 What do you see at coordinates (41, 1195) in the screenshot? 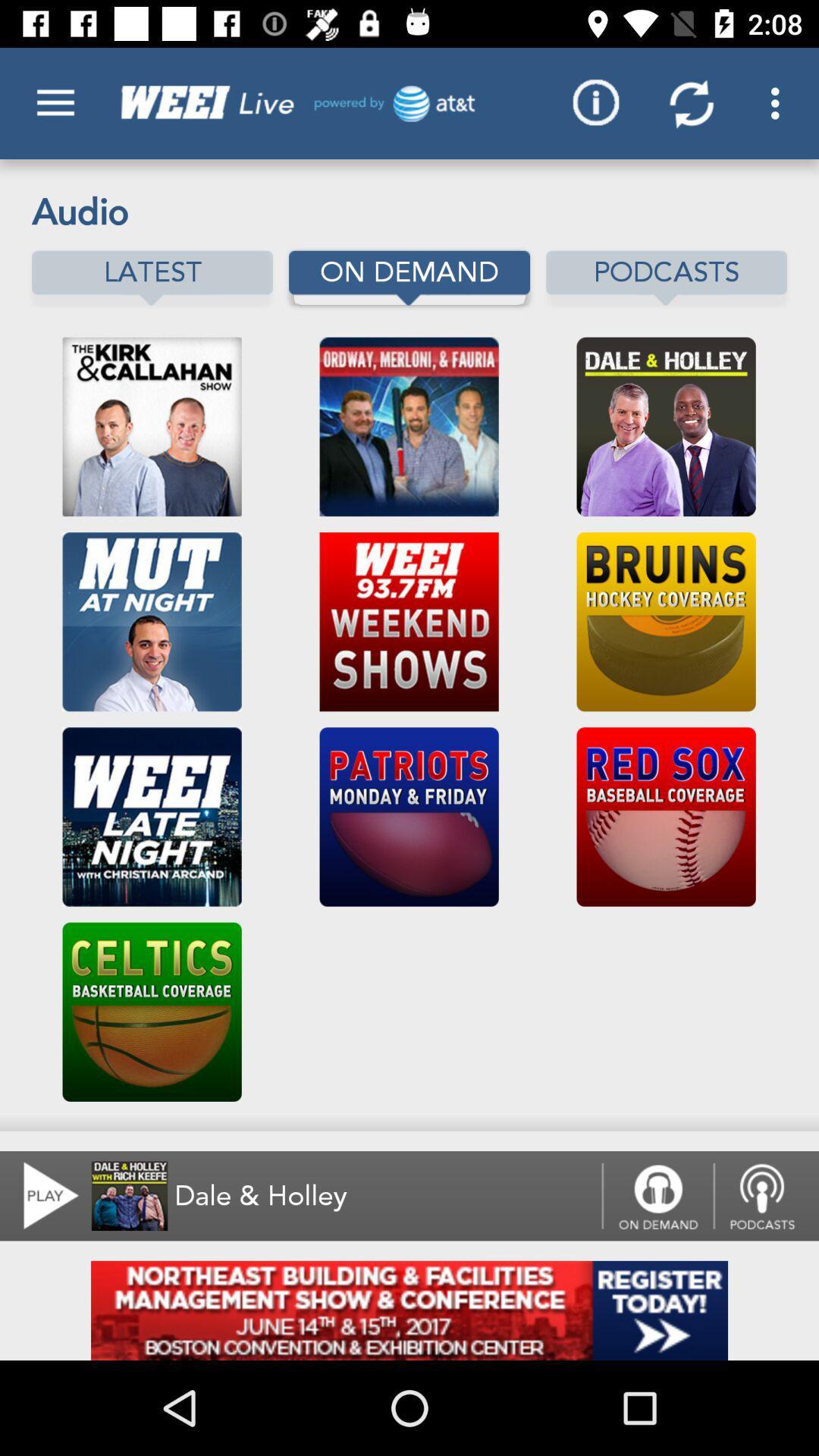
I see `the play icon` at bounding box center [41, 1195].